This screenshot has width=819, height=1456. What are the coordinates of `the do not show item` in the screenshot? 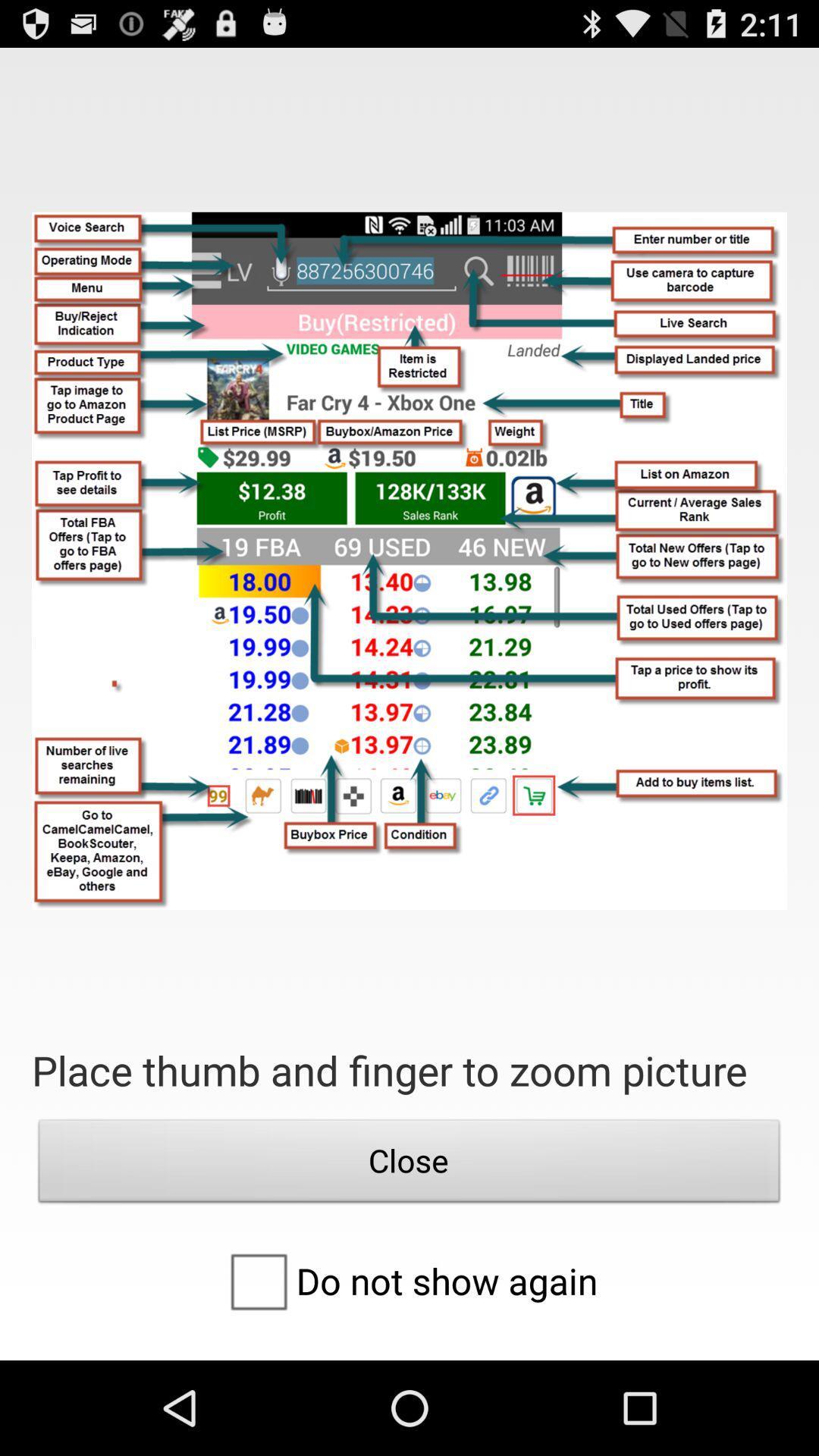 It's located at (408, 1280).